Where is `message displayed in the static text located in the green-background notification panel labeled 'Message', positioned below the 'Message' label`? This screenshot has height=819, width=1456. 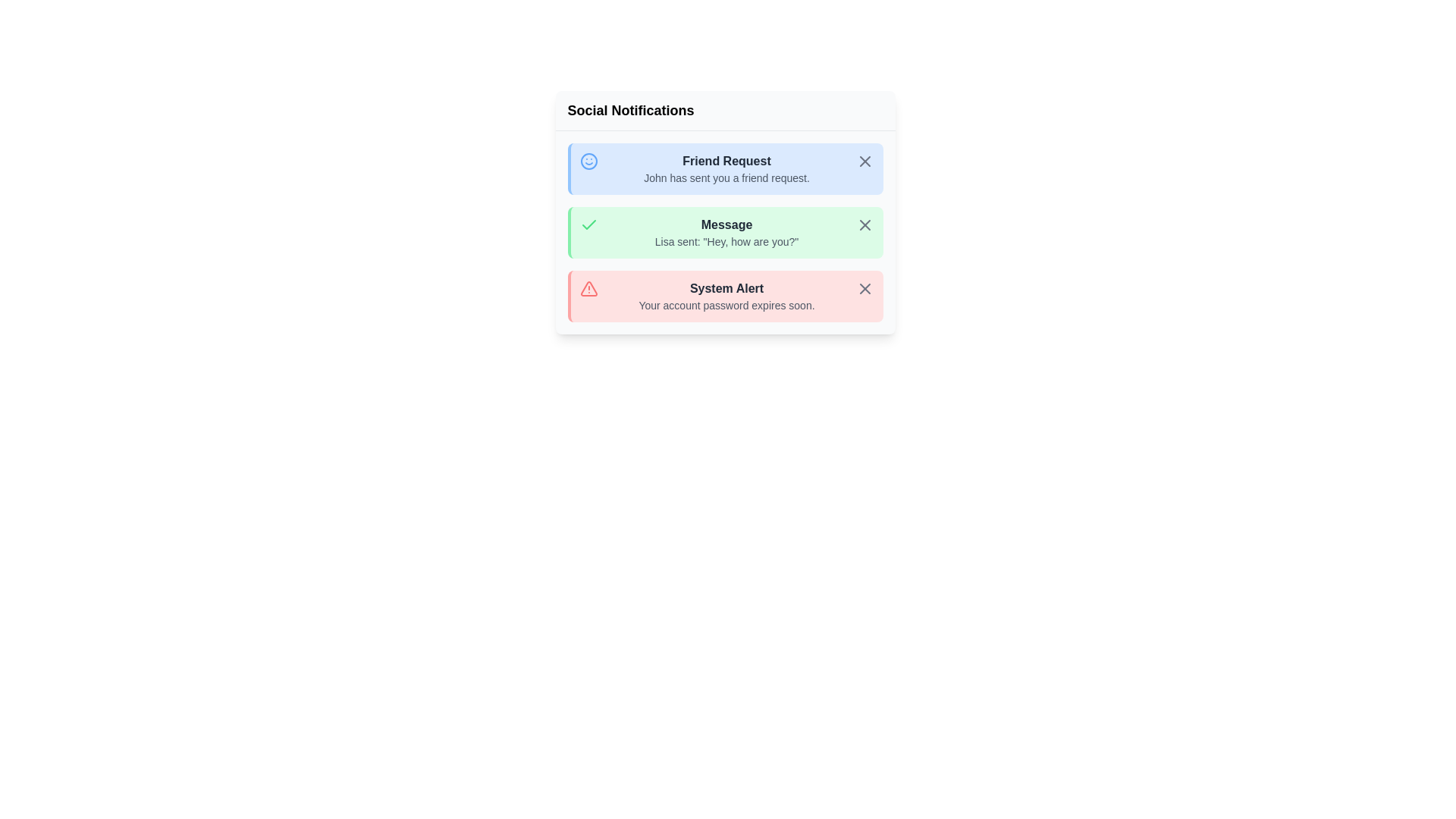
message displayed in the static text located in the green-background notification panel labeled 'Message', positioned below the 'Message' label is located at coordinates (726, 241).